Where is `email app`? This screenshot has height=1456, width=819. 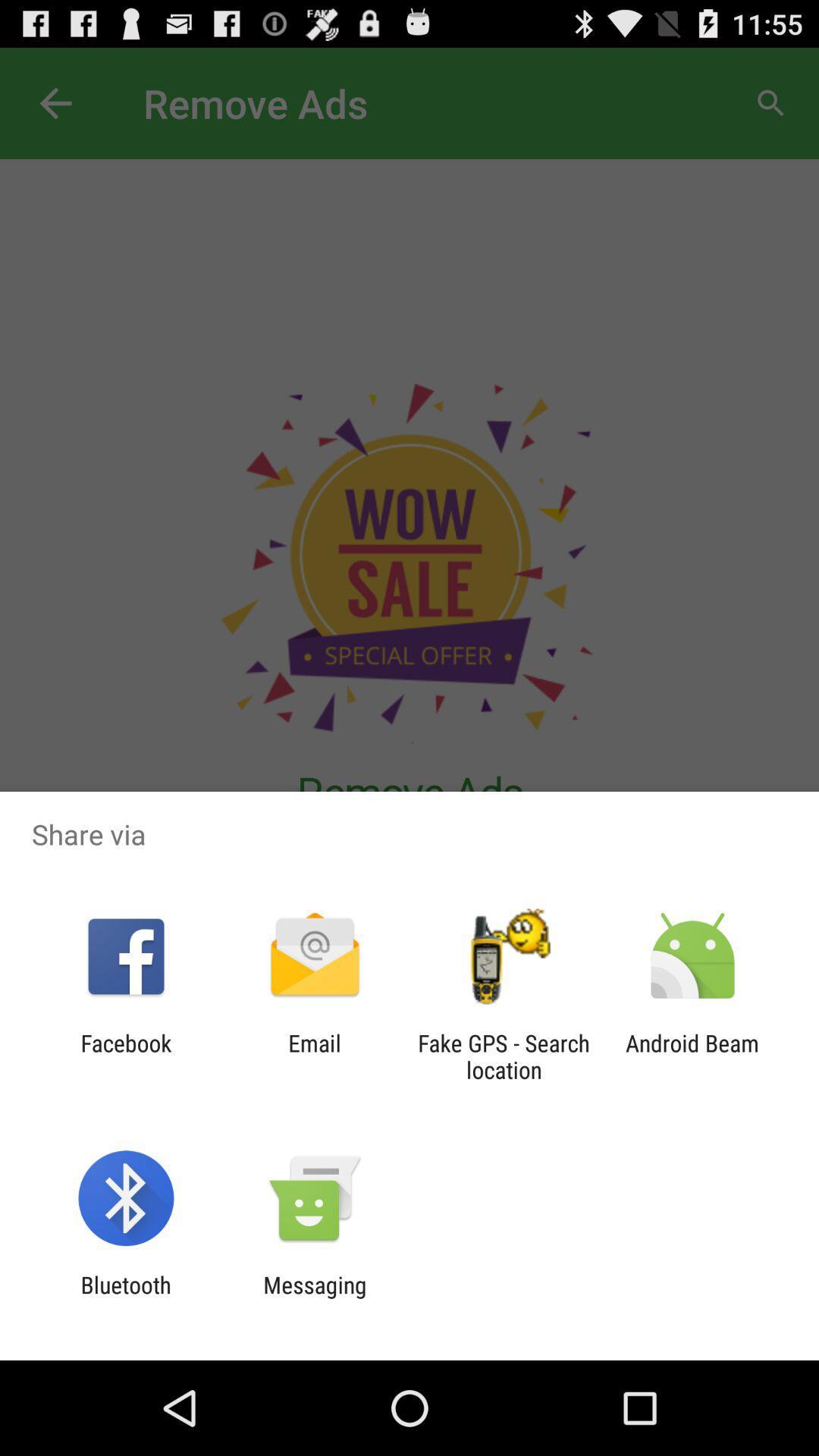
email app is located at coordinates (314, 1056).